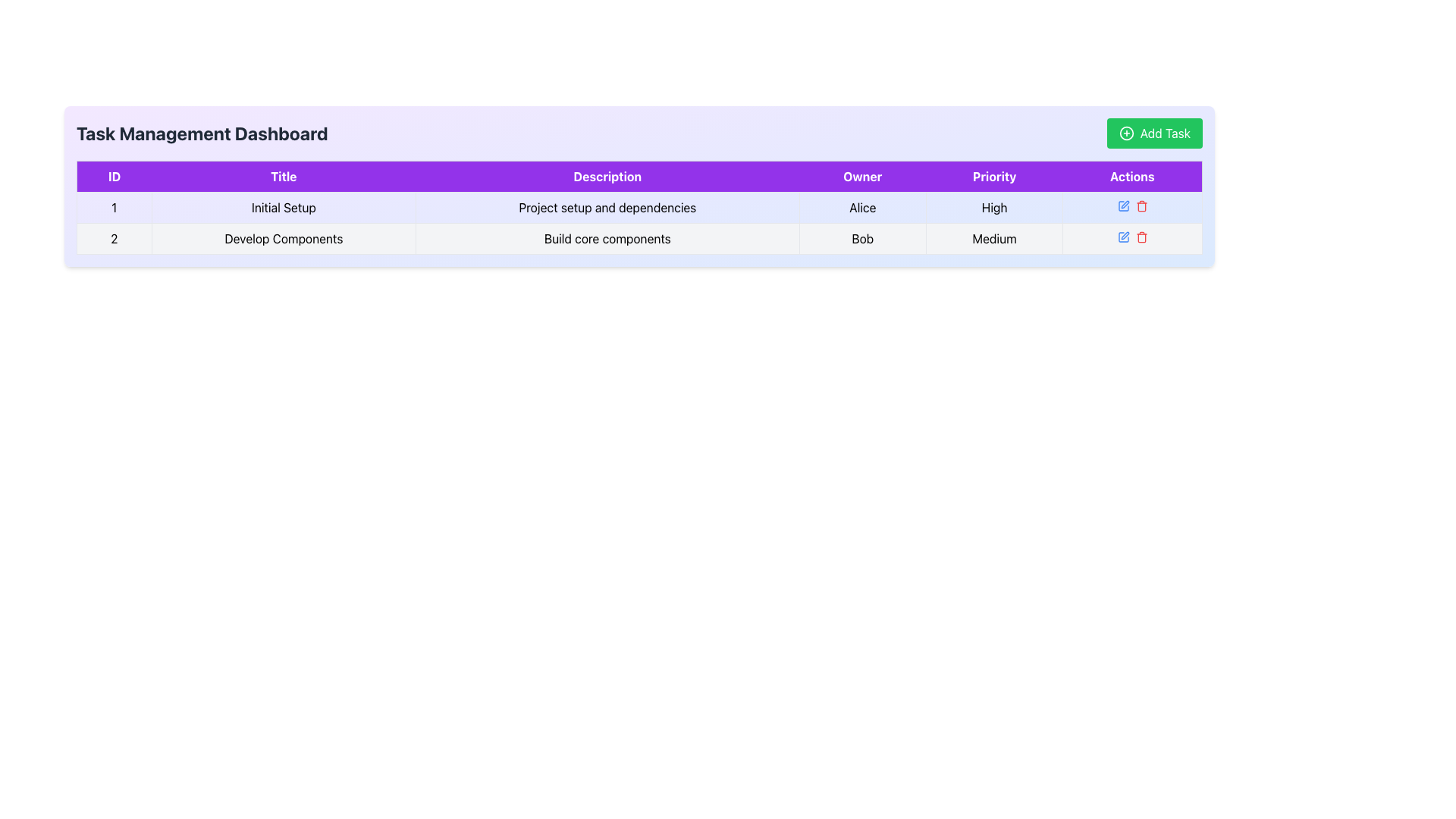 The image size is (1456, 819). I want to click on text content from the Text cell in the fourth column of the first row of the table, which represents the owner 'Alice' associated with the task 'Initial Setup', so click(862, 207).